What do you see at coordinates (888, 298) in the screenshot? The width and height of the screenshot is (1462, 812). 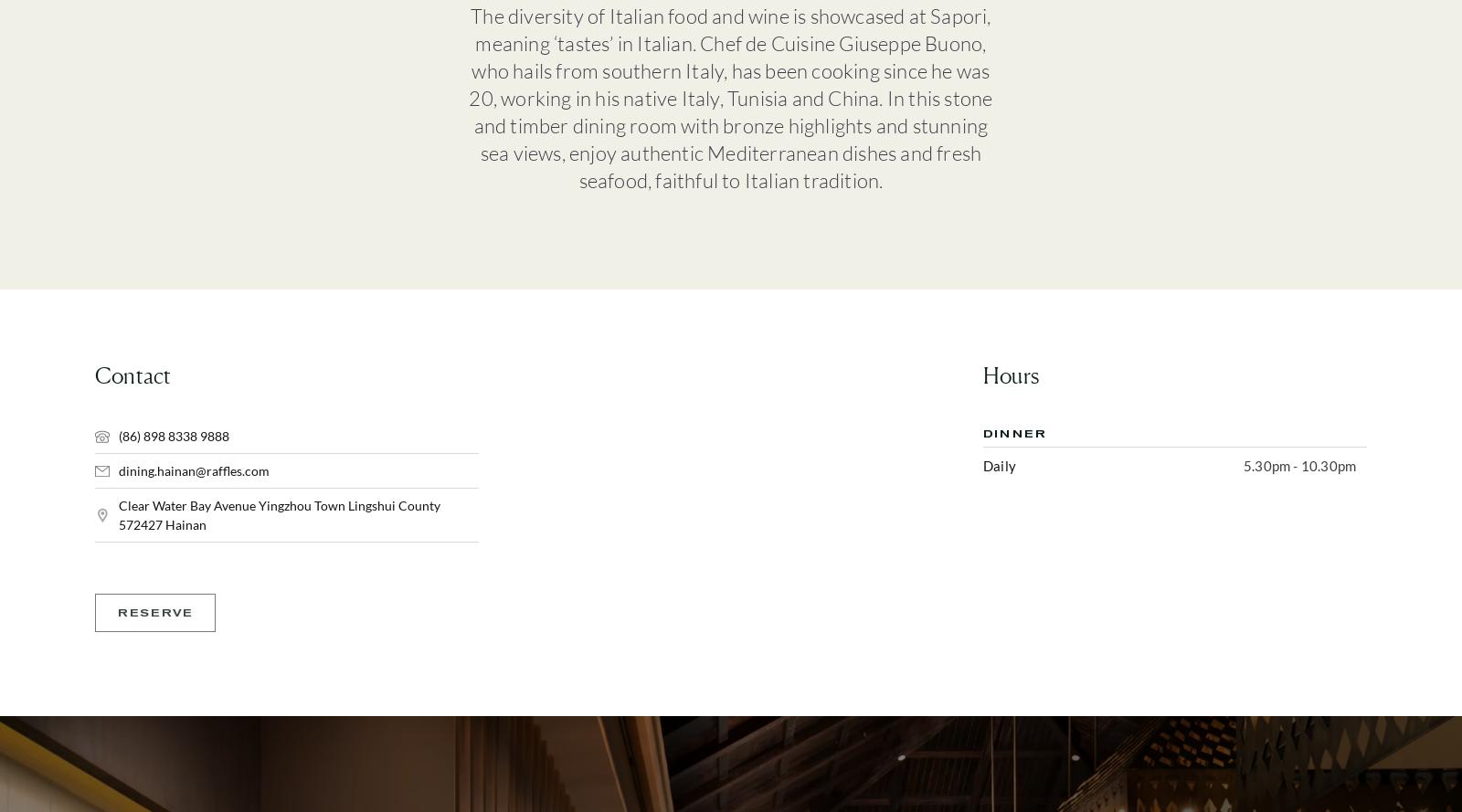 I see `'Explore'` at bounding box center [888, 298].